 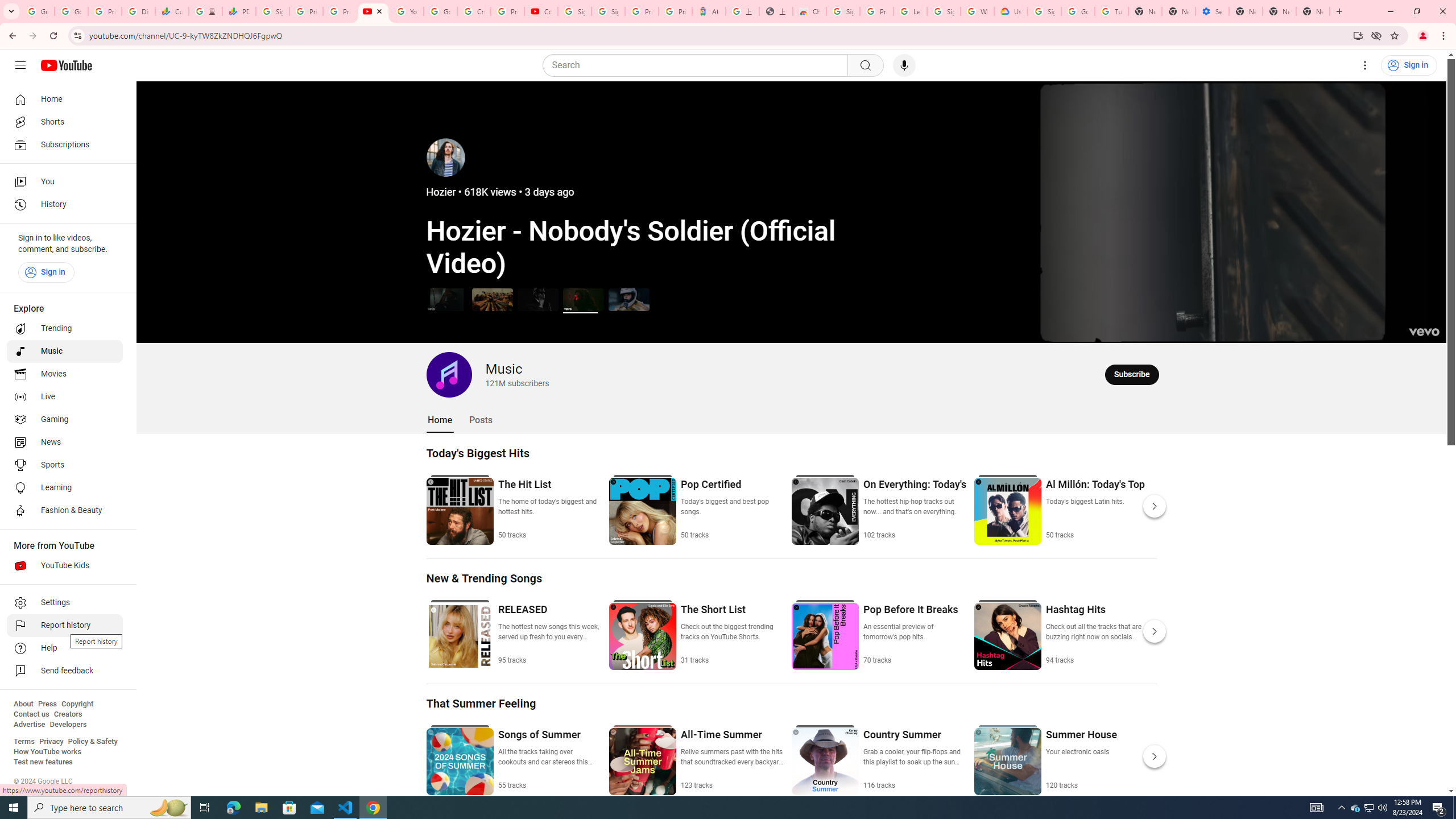 What do you see at coordinates (1111, 11) in the screenshot?
I see `'Turn cookies on or off - Computer - Google Account Help'` at bounding box center [1111, 11].